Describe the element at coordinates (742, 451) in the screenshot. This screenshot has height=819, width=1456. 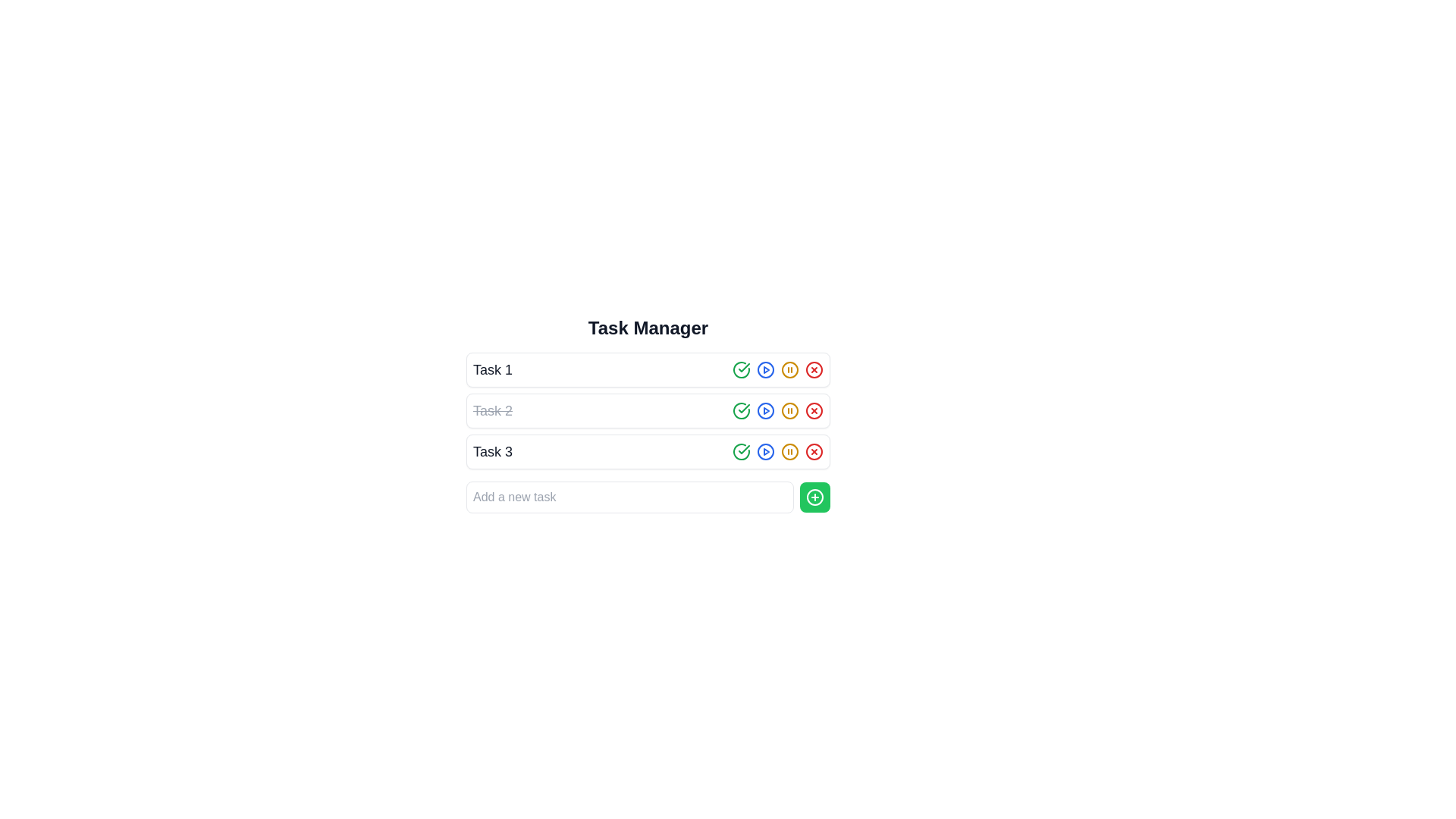
I see `the green check mark icon button in the action buttons of the third task row` at that location.